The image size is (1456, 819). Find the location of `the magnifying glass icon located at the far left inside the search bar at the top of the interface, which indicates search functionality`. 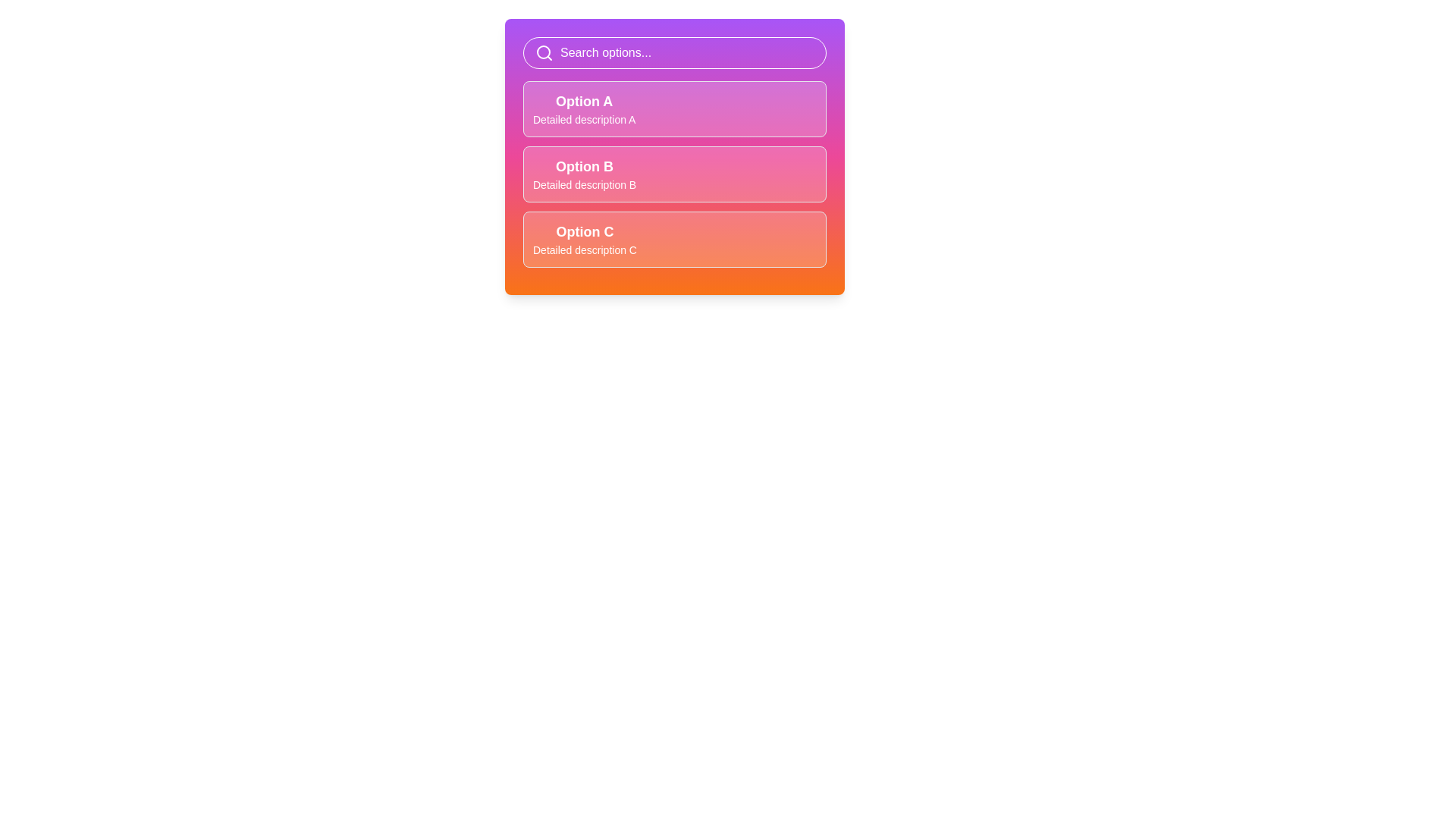

the magnifying glass icon located at the far left inside the search bar at the top of the interface, which indicates search functionality is located at coordinates (544, 52).